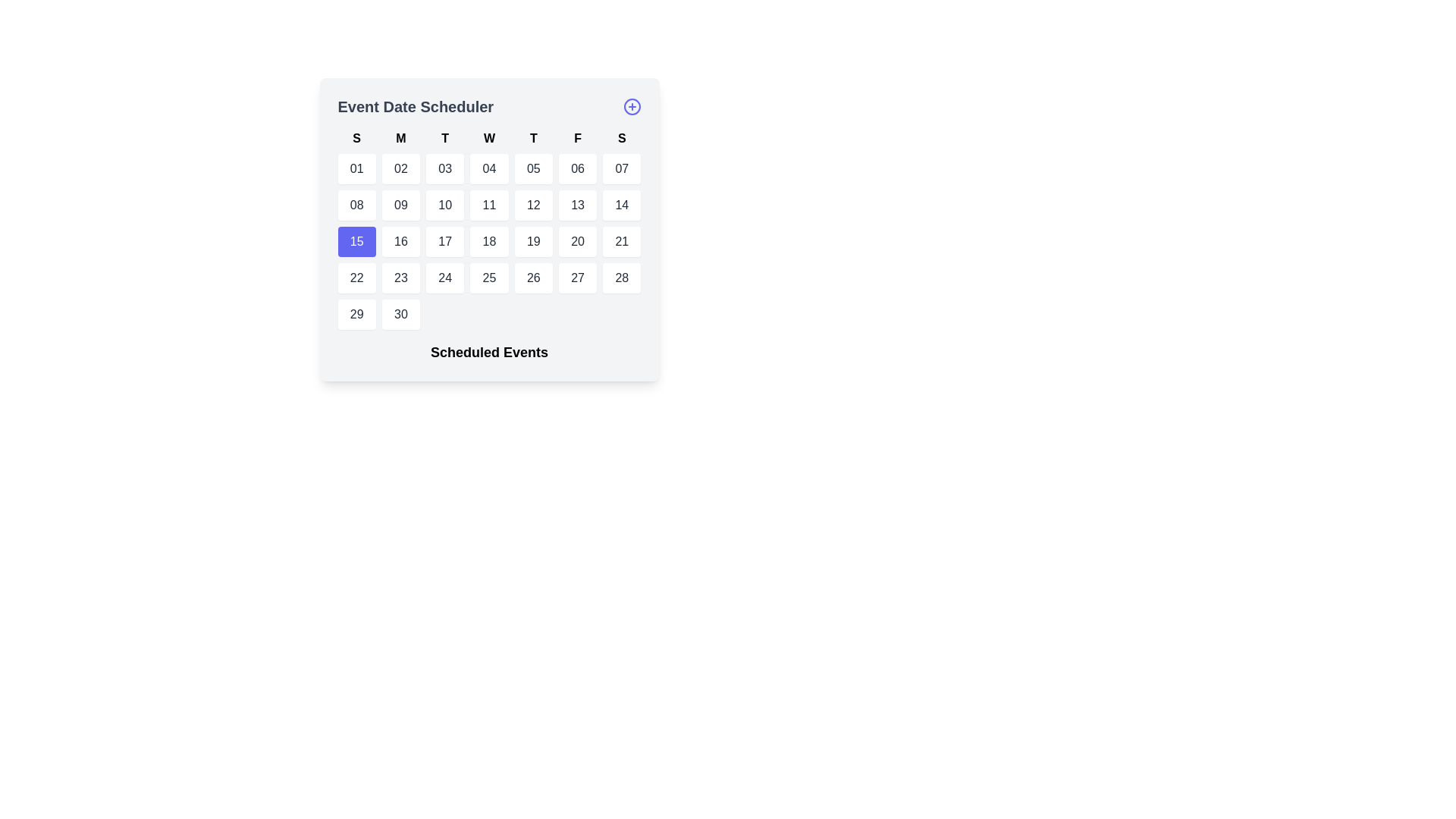  Describe the element at coordinates (356, 241) in the screenshot. I see `the selectable calendar day marked '15' which has a blue background and white text` at that location.